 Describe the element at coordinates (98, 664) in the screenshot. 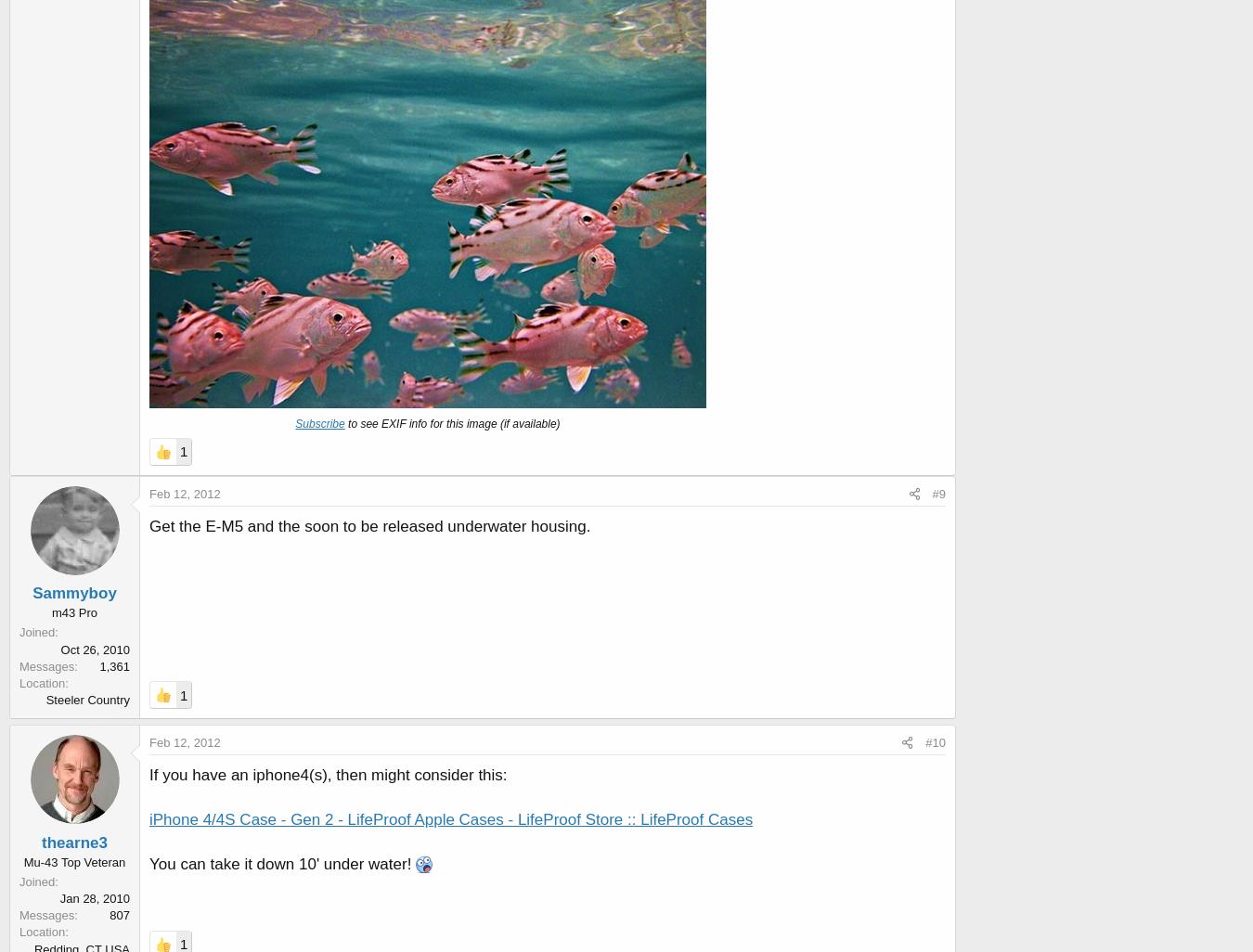

I see `'1,361'` at that location.